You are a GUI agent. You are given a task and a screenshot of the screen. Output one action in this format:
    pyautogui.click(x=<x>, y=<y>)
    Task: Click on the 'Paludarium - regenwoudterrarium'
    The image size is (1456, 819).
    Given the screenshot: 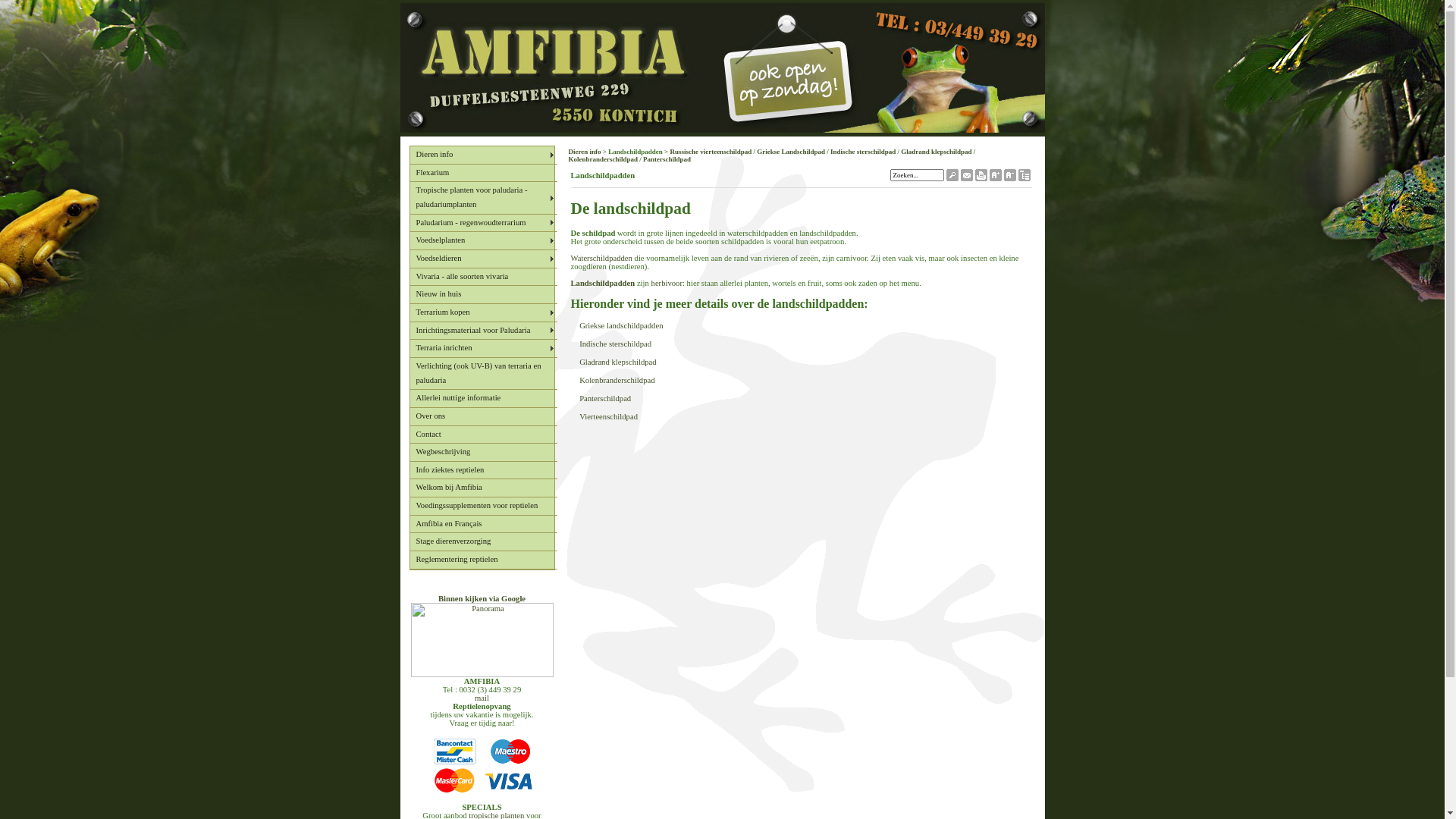 What is the action you would take?
    pyautogui.click(x=482, y=223)
    